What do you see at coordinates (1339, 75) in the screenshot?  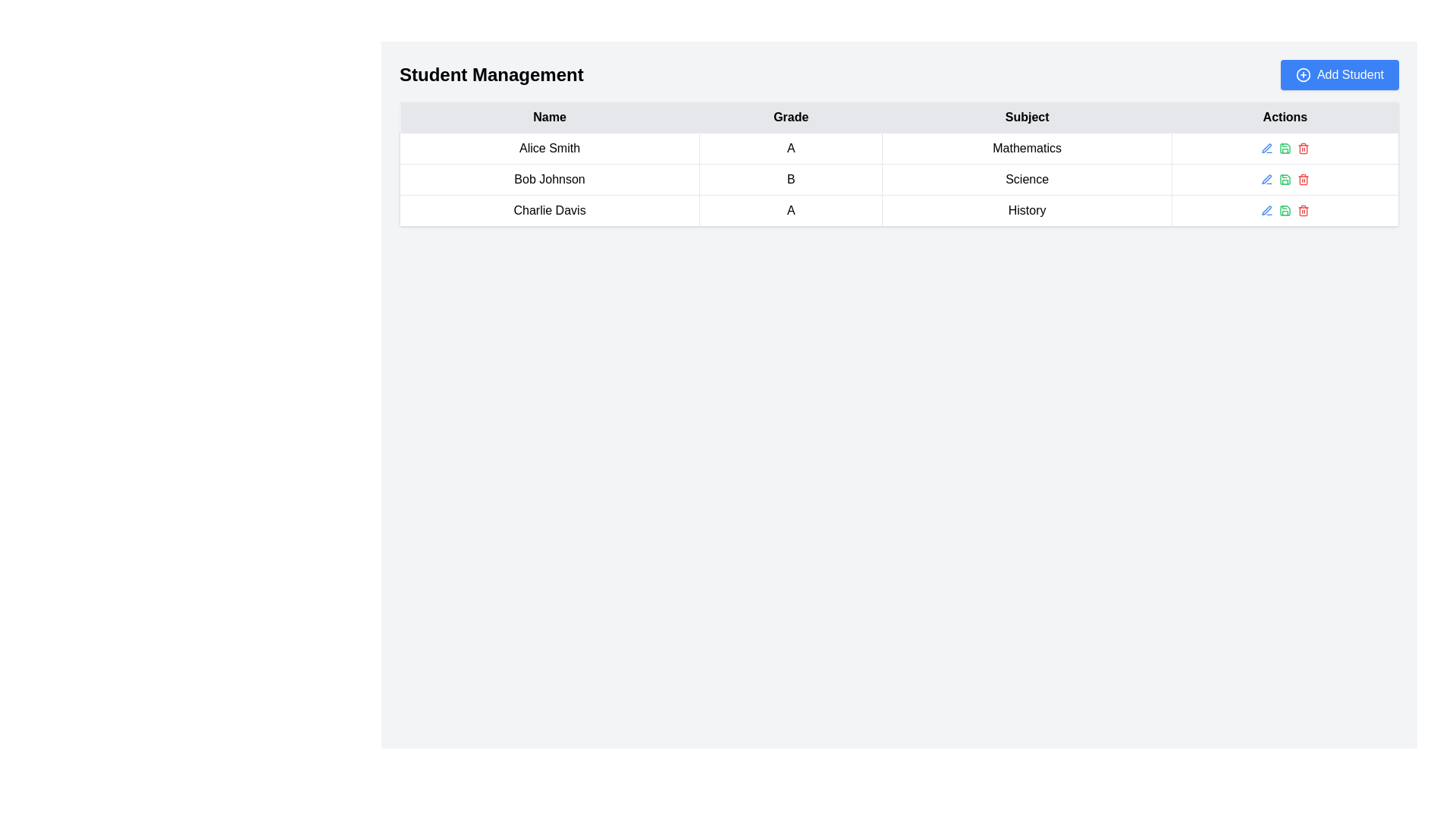 I see `the 'Add Student' button located in the top-right corner of the header section titled 'Student Management'` at bounding box center [1339, 75].